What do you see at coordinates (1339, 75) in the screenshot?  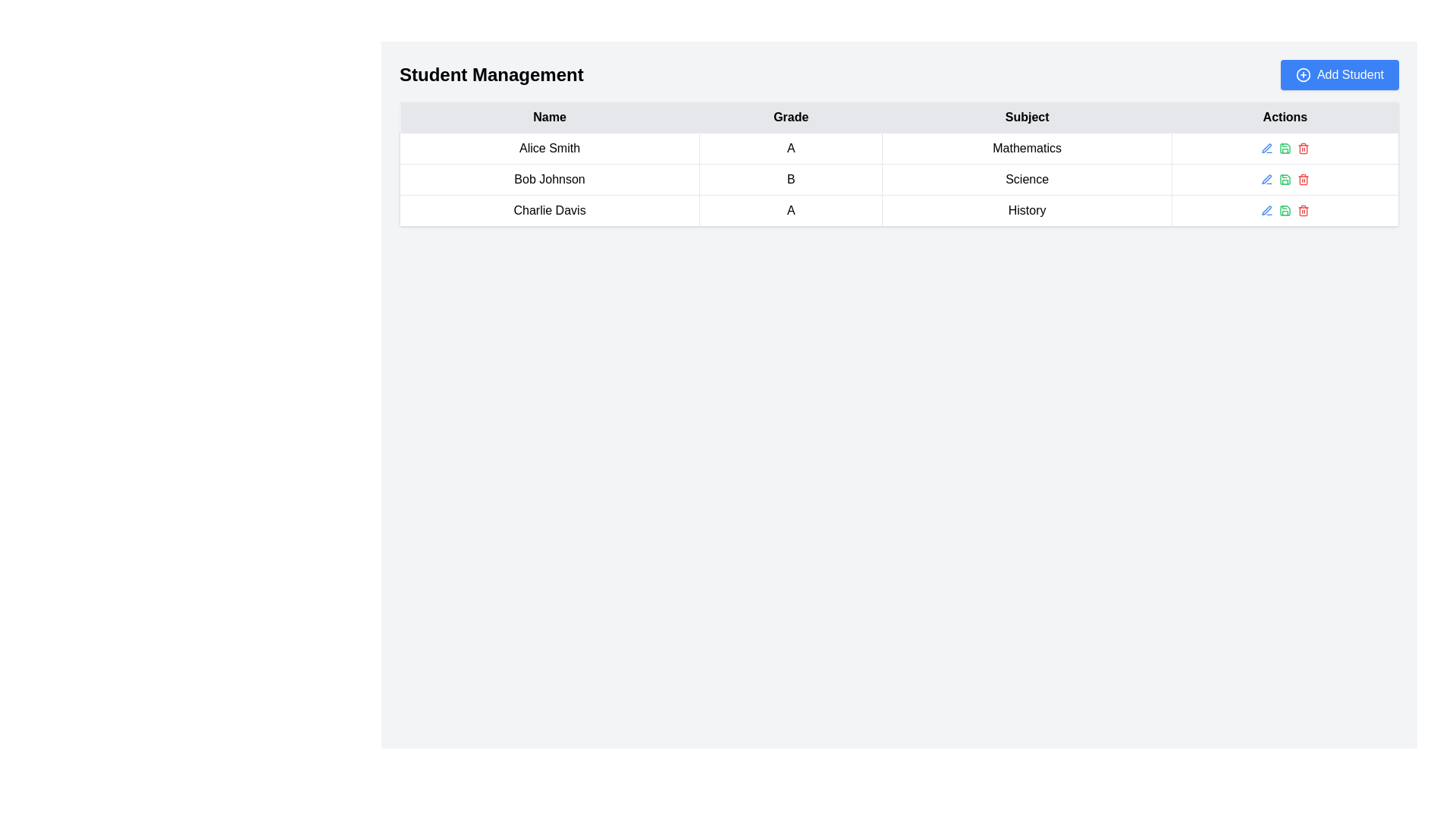 I see `the 'Add Student' button located in the top-right corner of the header section titled 'Student Management'` at bounding box center [1339, 75].